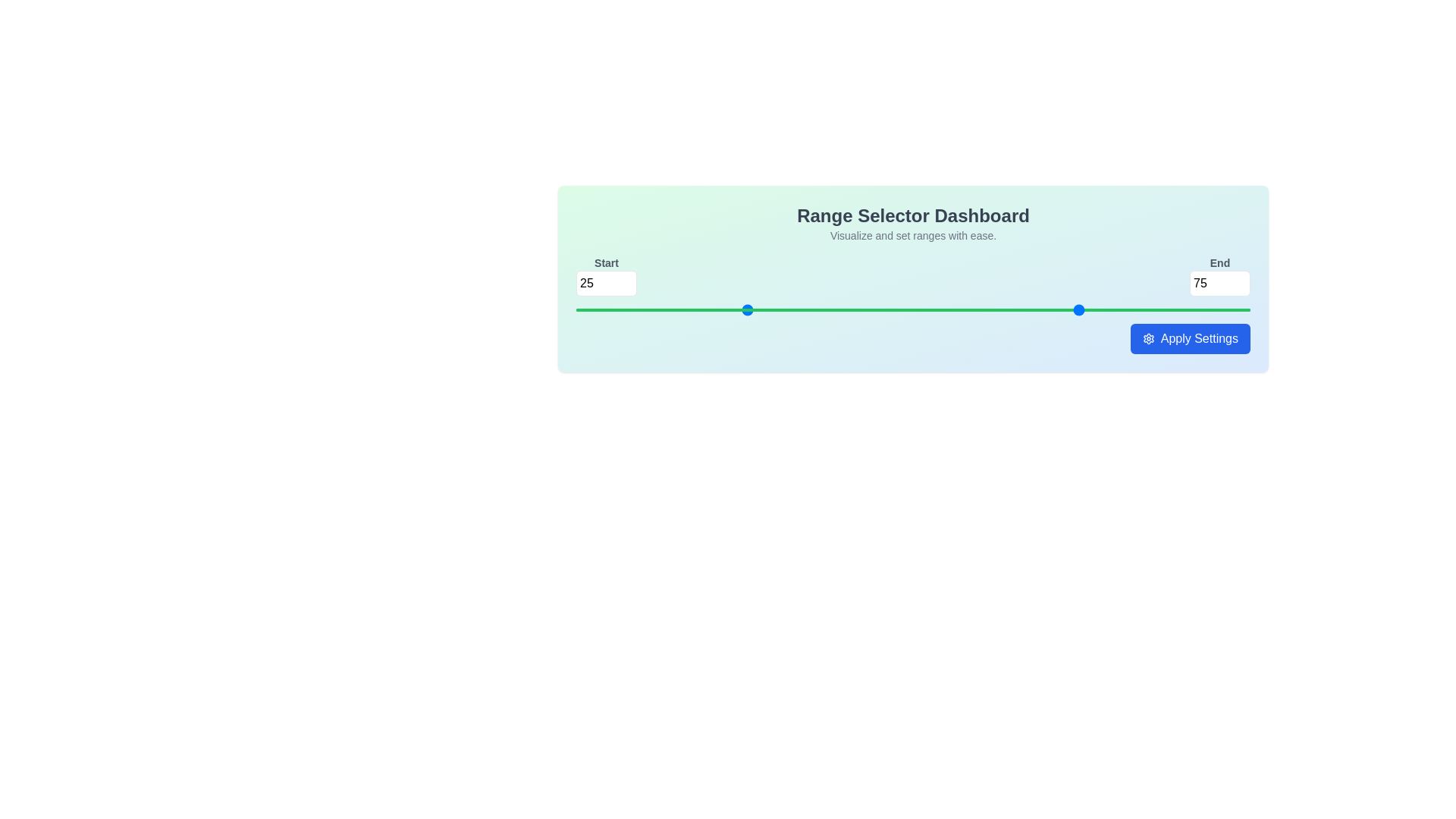 This screenshot has width=1456, height=819. I want to click on the number input field labeled 'End' to focus on it, so click(1219, 275).